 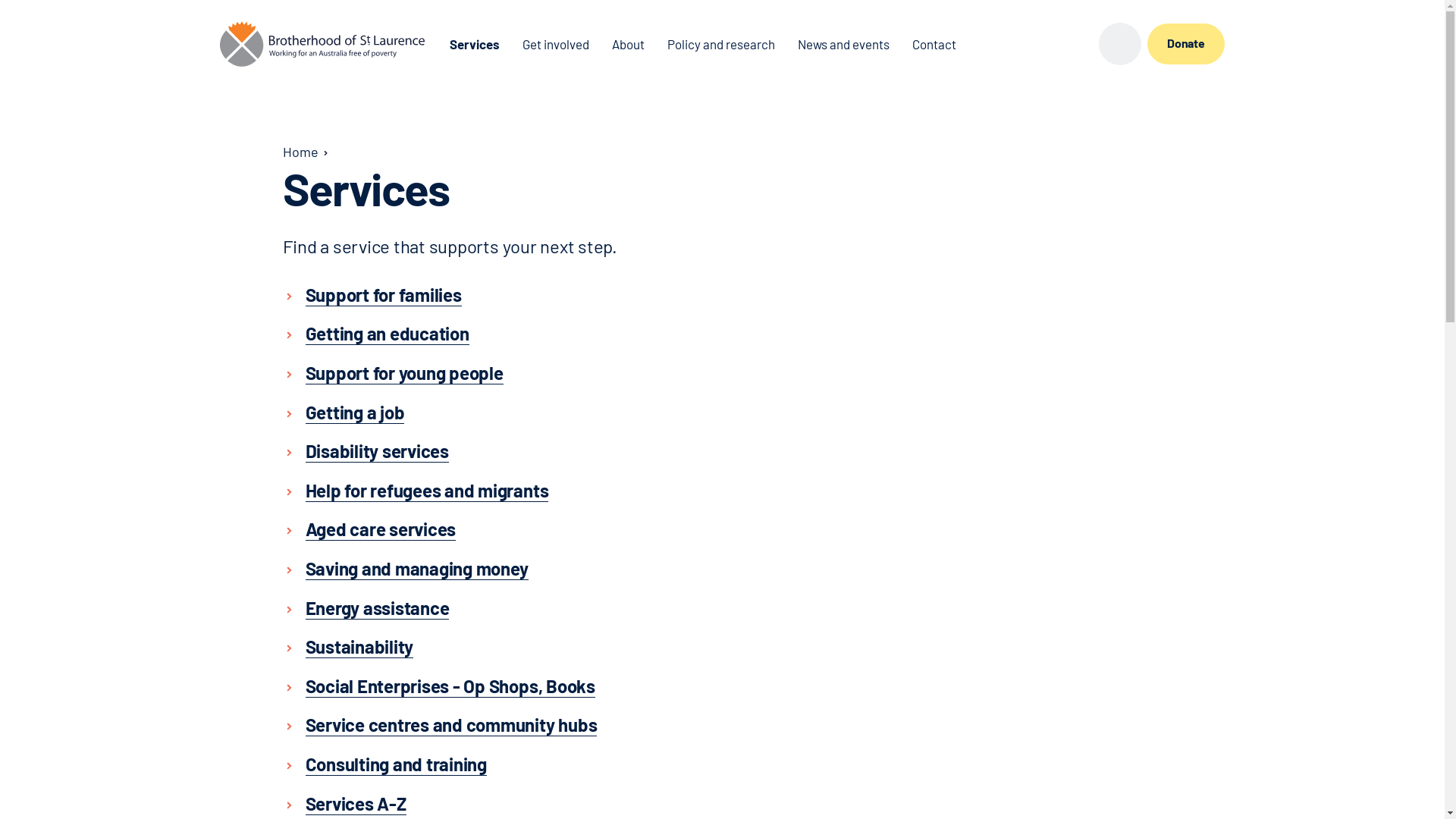 I want to click on 'Services A-Z', so click(x=354, y=802).